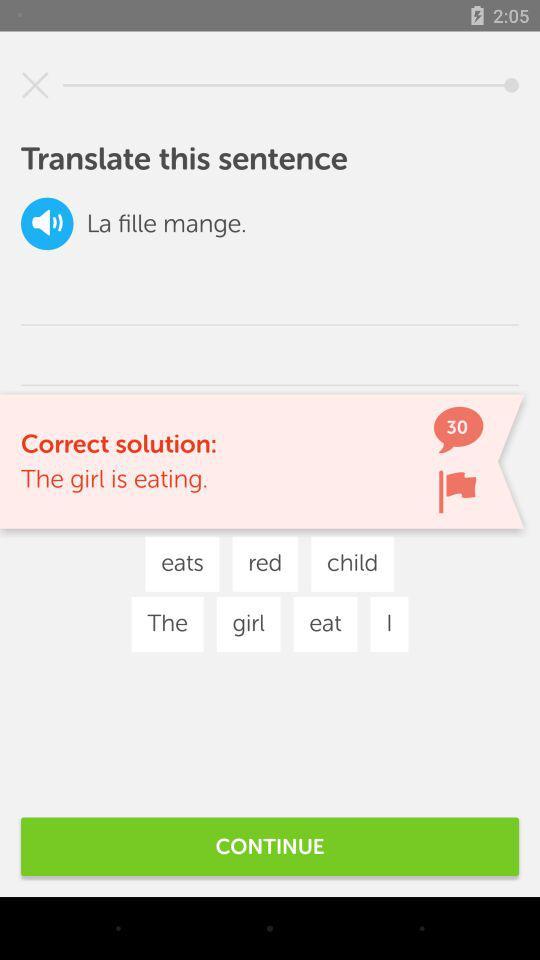  Describe the element at coordinates (457, 490) in the screenshot. I see `flag solution` at that location.